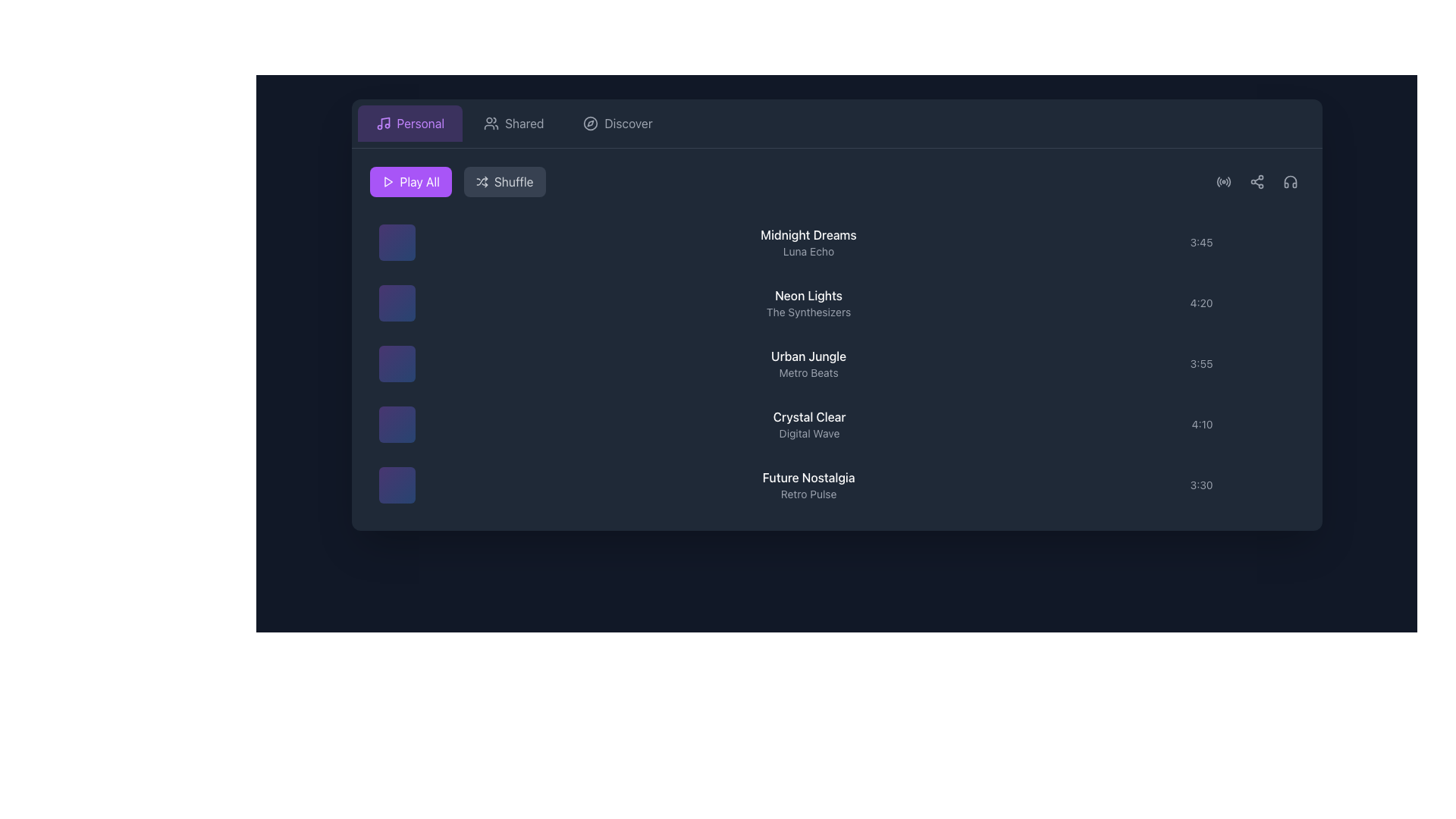 Image resolution: width=1456 pixels, height=819 pixels. Describe the element at coordinates (397, 424) in the screenshot. I see `the interactive thumbnail representing the 'Crystal Clear - Digital Wave' audio track` at that location.